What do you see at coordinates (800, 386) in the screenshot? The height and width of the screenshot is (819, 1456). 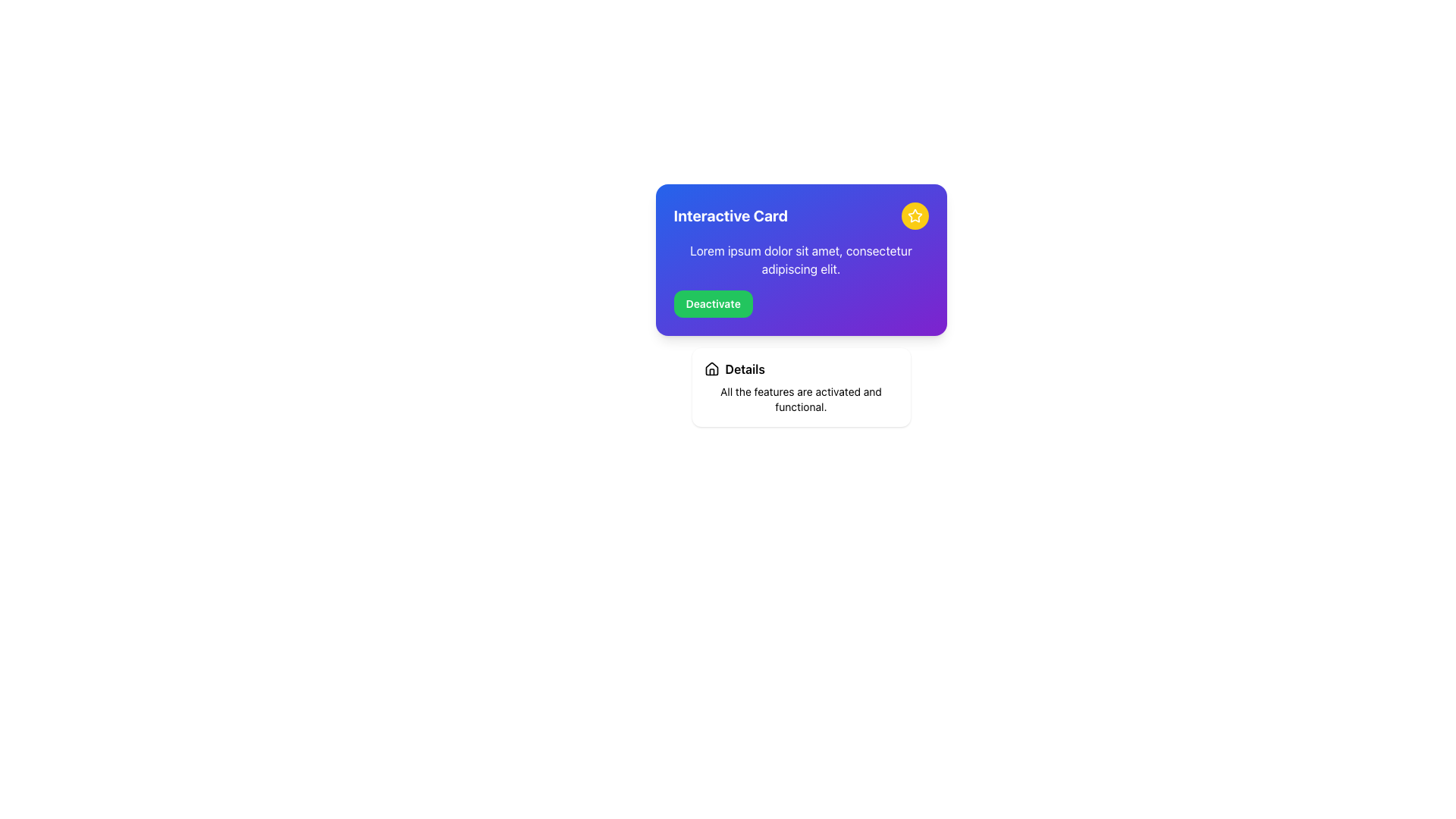 I see `the informational card providing descriptive details about certain features, located directly below the main interactive card at the specified coordinates` at bounding box center [800, 386].